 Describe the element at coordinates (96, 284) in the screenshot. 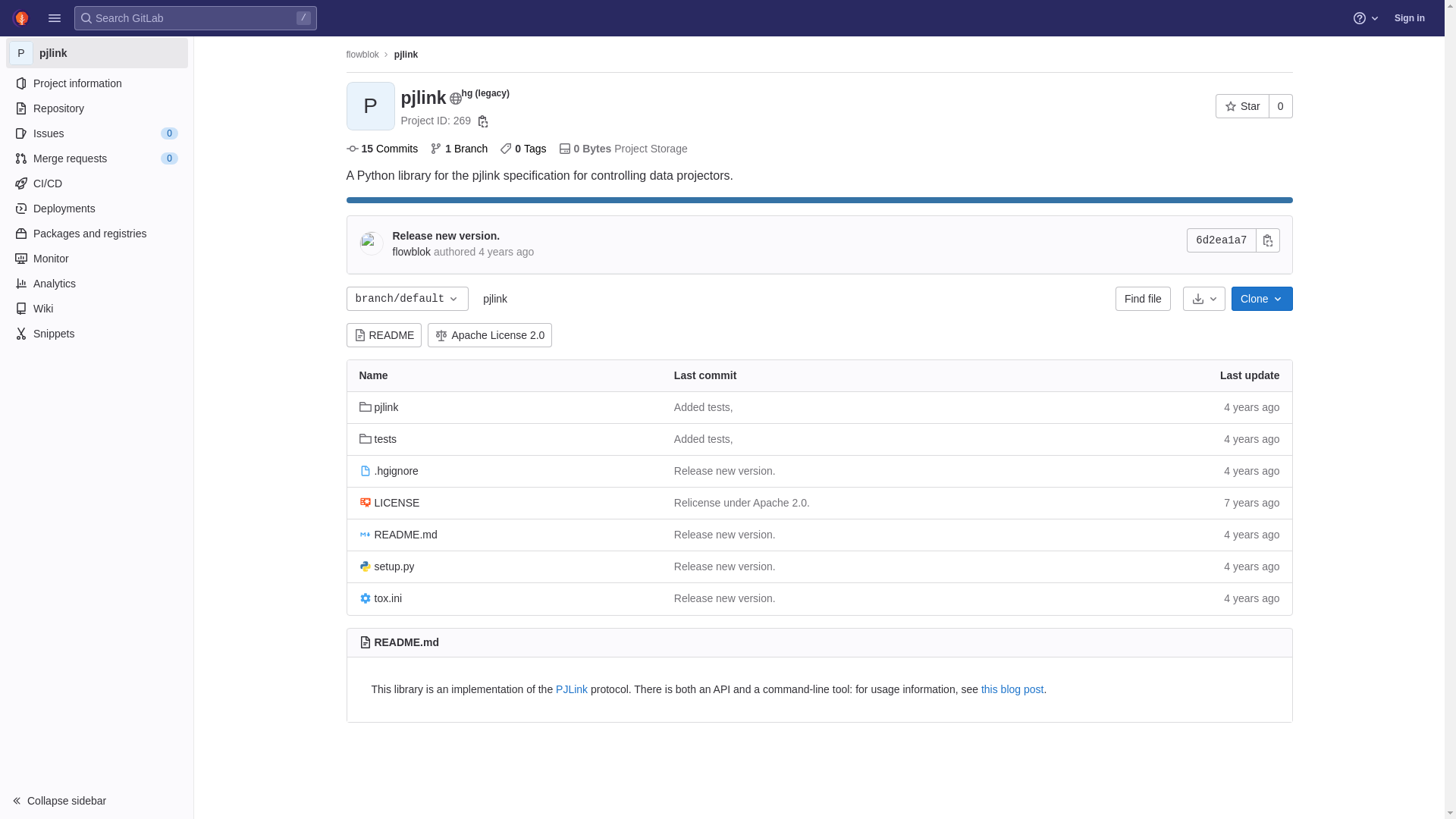

I see `'Analytics'` at that location.